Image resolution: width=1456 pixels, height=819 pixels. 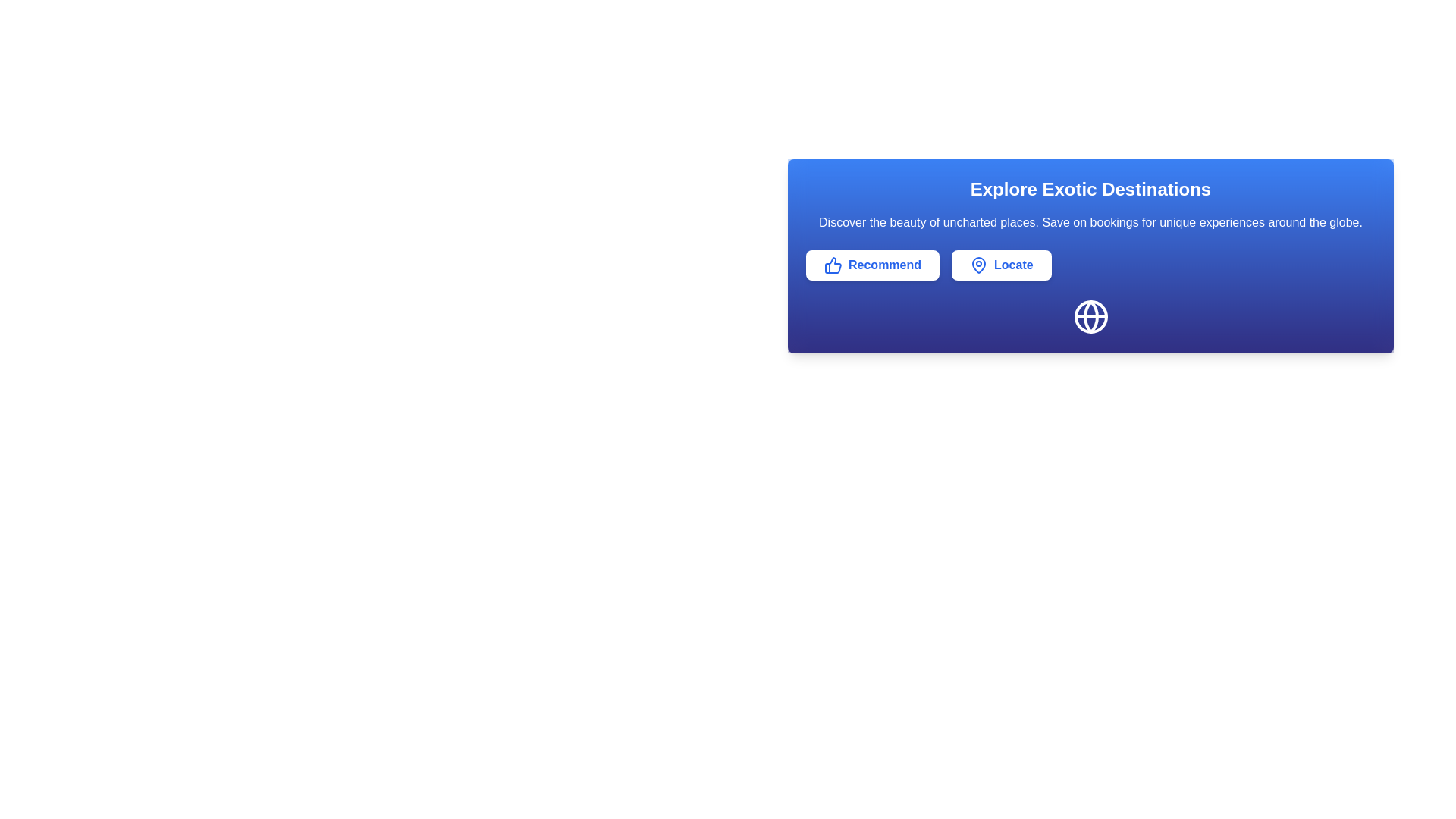 I want to click on the decorative SVG Circle that represents a rotating globe graphic, which is located below the 'Locate' button on the UI component, so click(x=1090, y=315).